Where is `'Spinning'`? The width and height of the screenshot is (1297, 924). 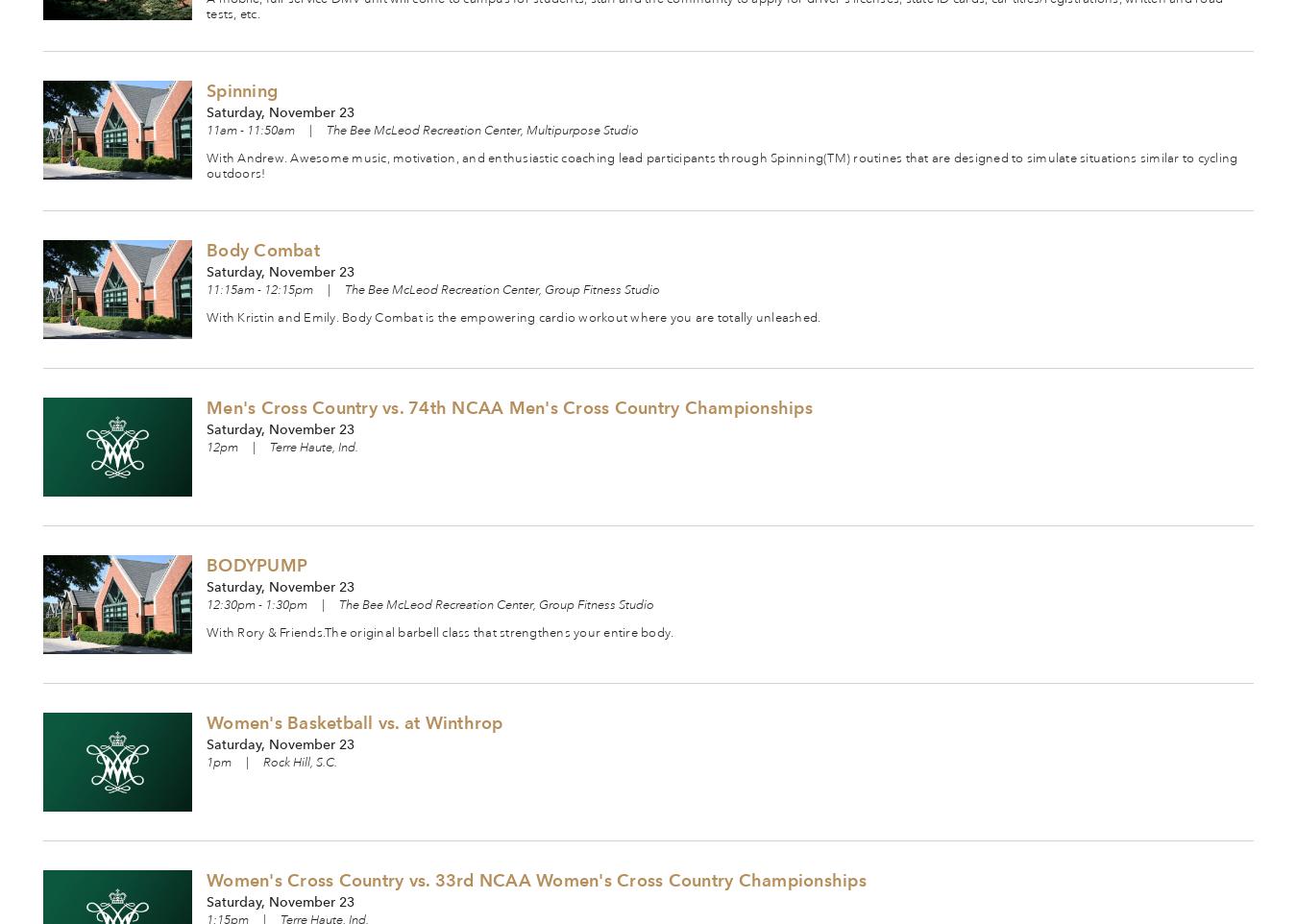
'Spinning' is located at coordinates (241, 90).